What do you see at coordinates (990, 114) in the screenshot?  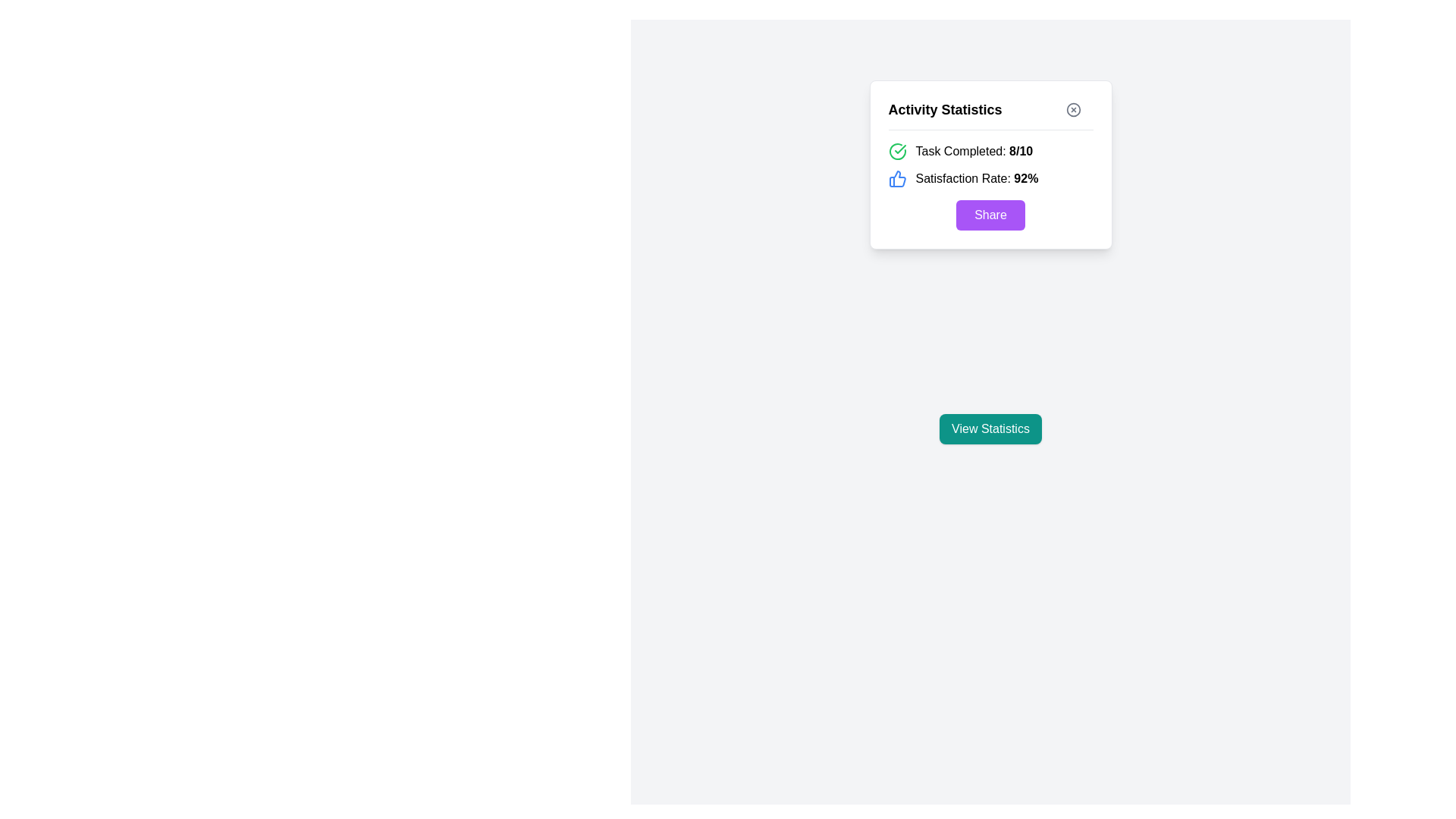 I see `the Text Block that serves as the title for the statistics overview card, located at the top of the white card-like panel` at bounding box center [990, 114].